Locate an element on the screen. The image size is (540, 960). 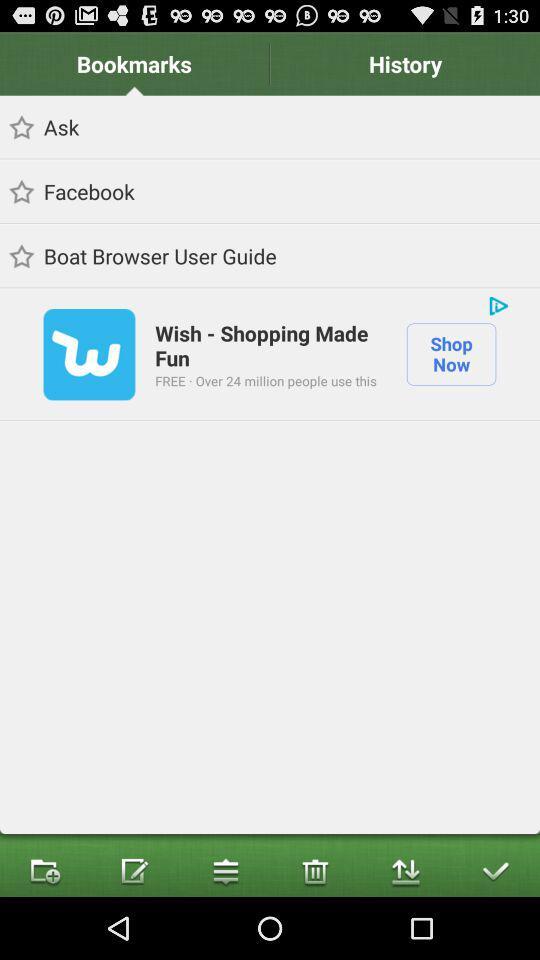
the folder icon is located at coordinates (44, 931).